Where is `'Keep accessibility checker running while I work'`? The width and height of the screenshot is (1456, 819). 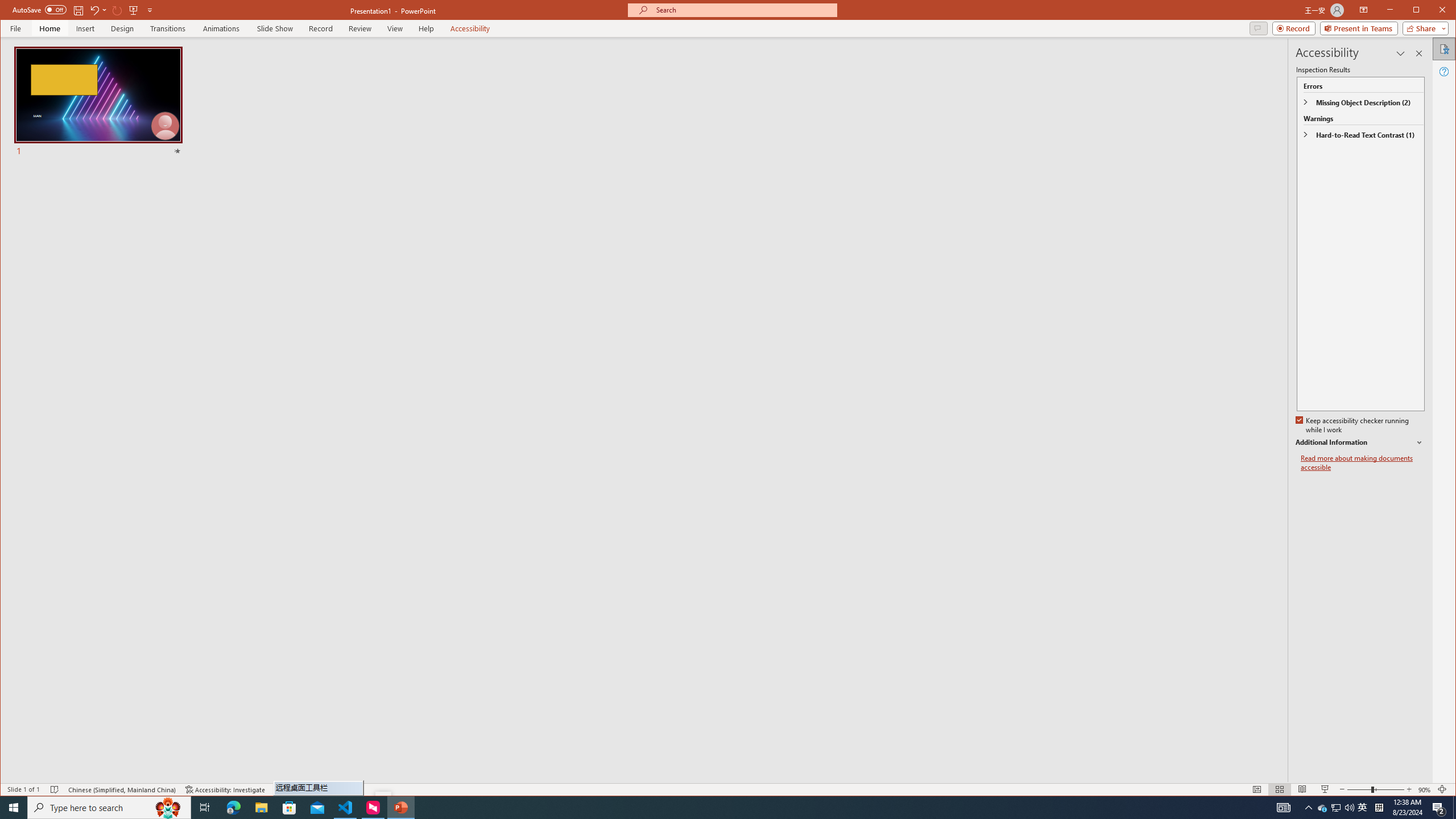
'Keep accessibility checker running while I work' is located at coordinates (1352, 425).